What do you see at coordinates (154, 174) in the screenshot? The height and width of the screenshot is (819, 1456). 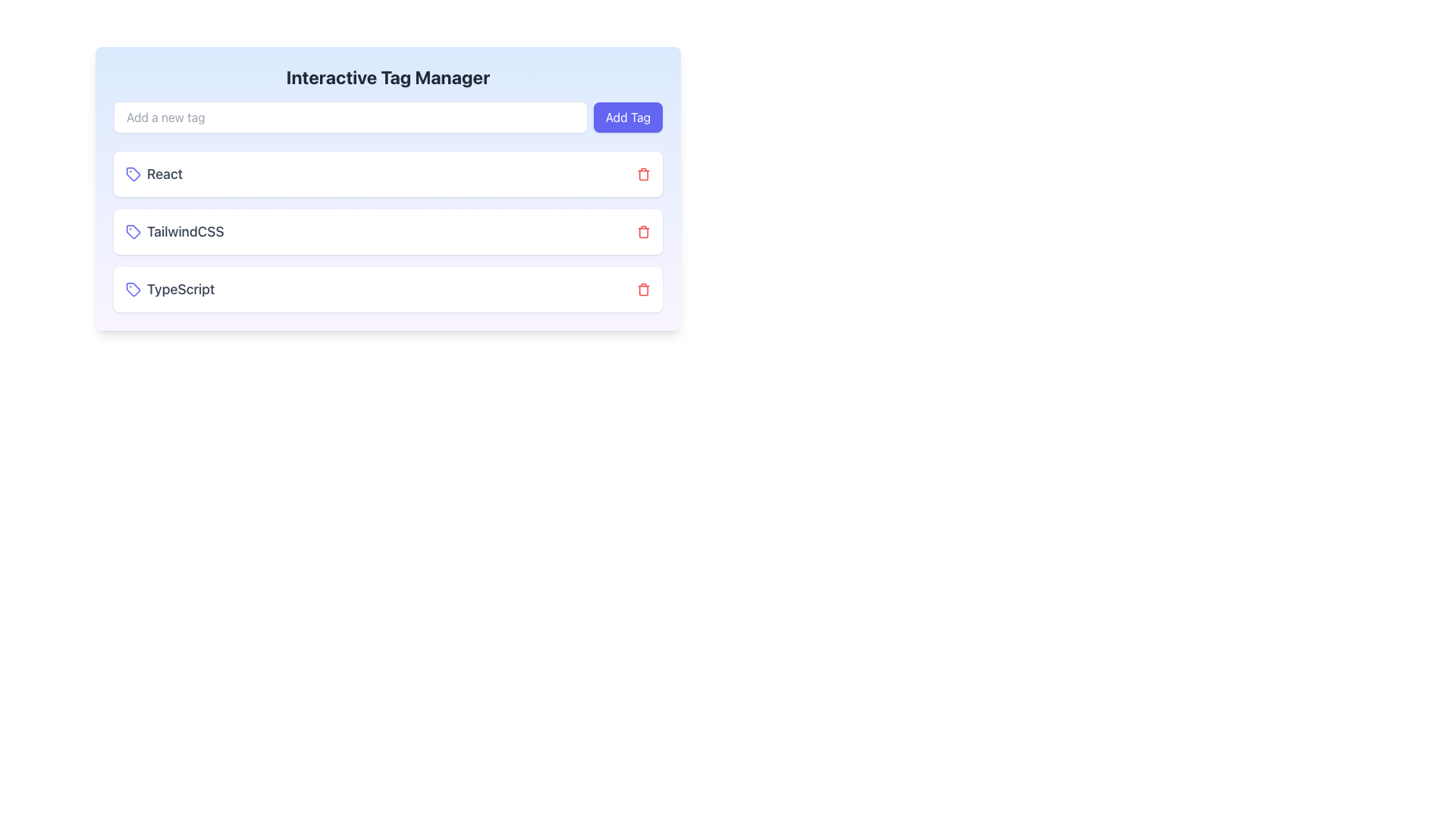 I see `the 'React' label with icon, which is the first tag in the vertical list within the first card of the tag list` at bounding box center [154, 174].